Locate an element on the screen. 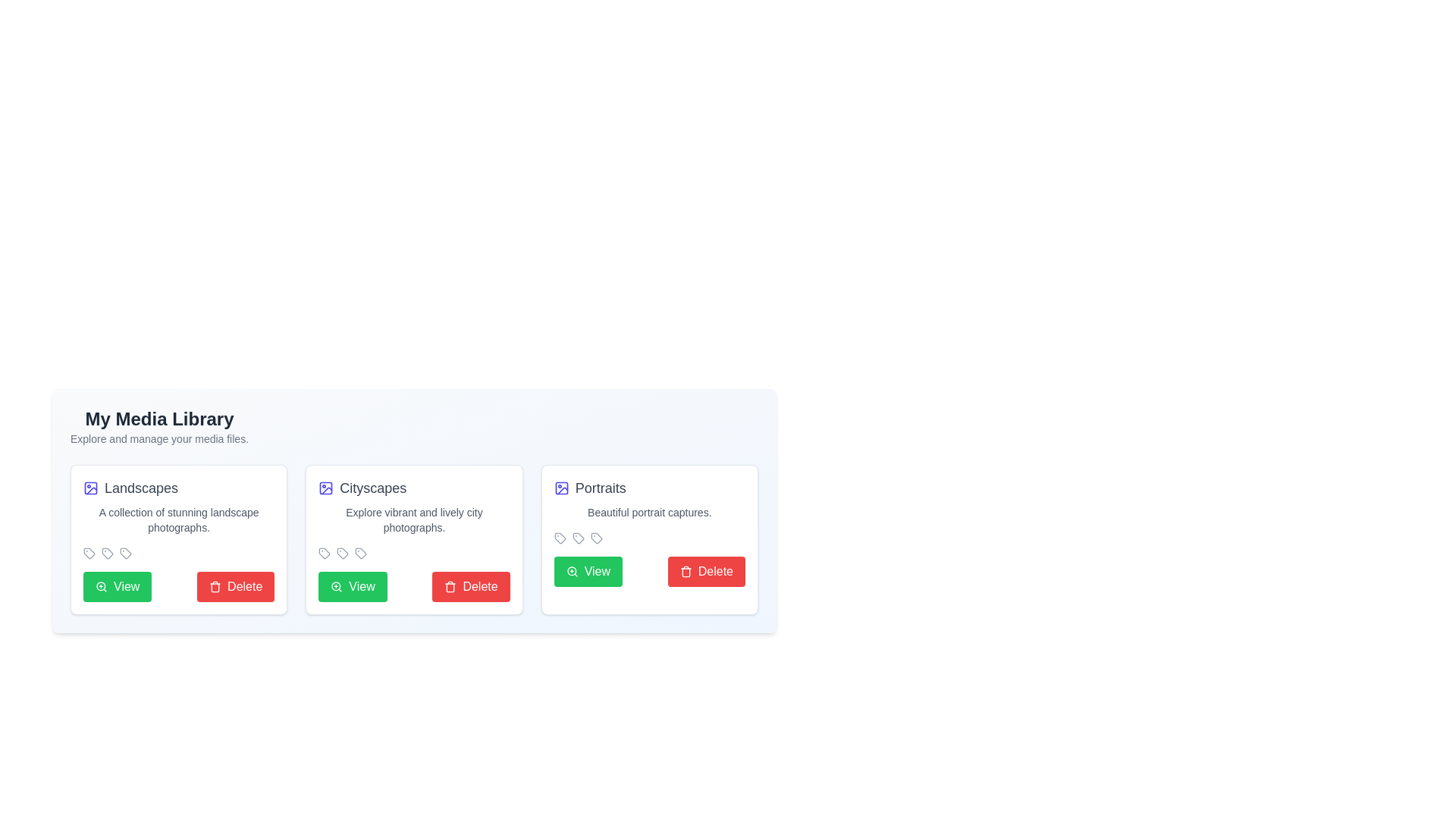  the 'View' text label located in the bottom-right card of a three-card layout is located at coordinates (596, 571).